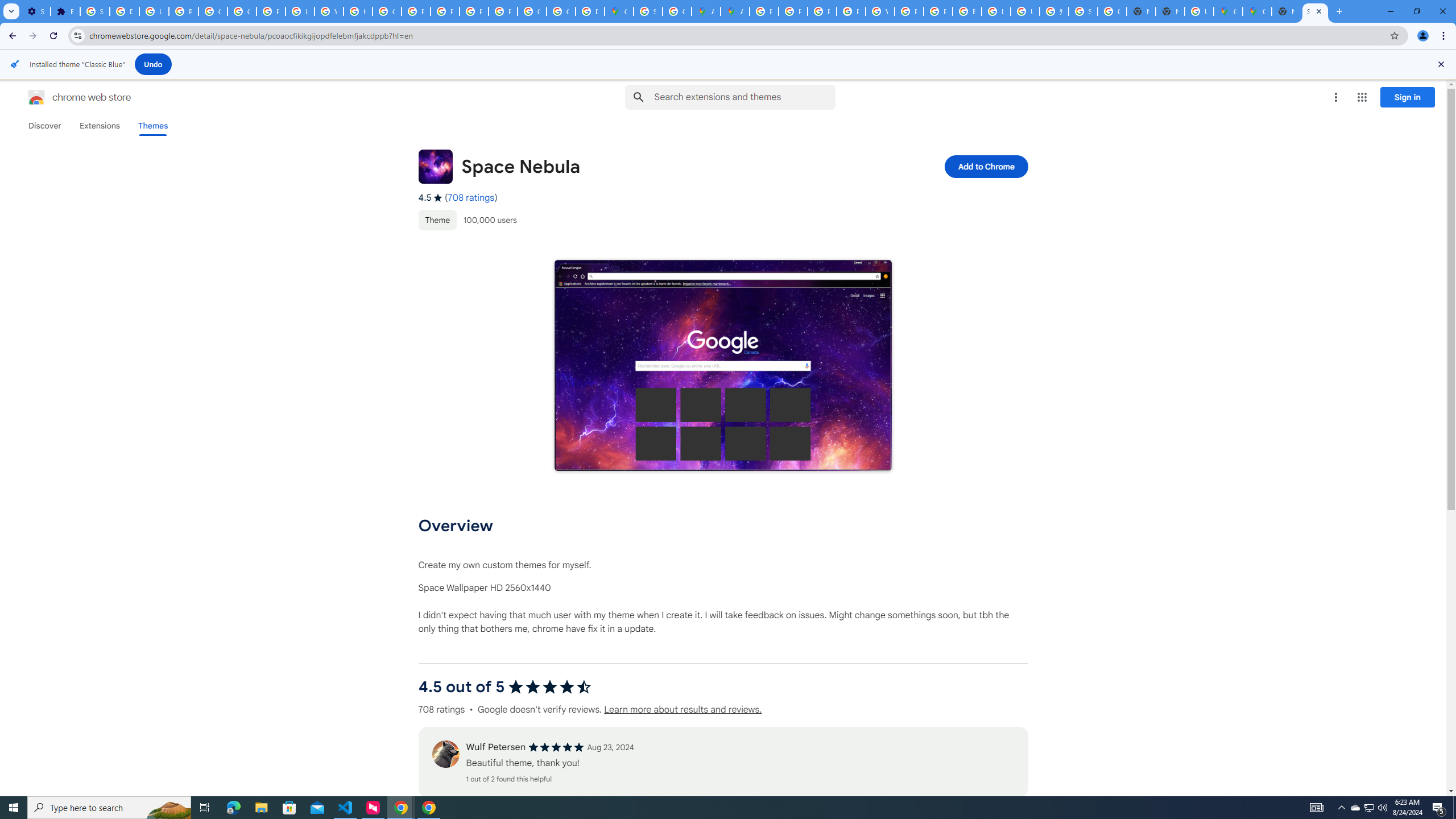  What do you see at coordinates (100, 126) in the screenshot?
I see `'Extensions'` at bounding box center [100, 126].